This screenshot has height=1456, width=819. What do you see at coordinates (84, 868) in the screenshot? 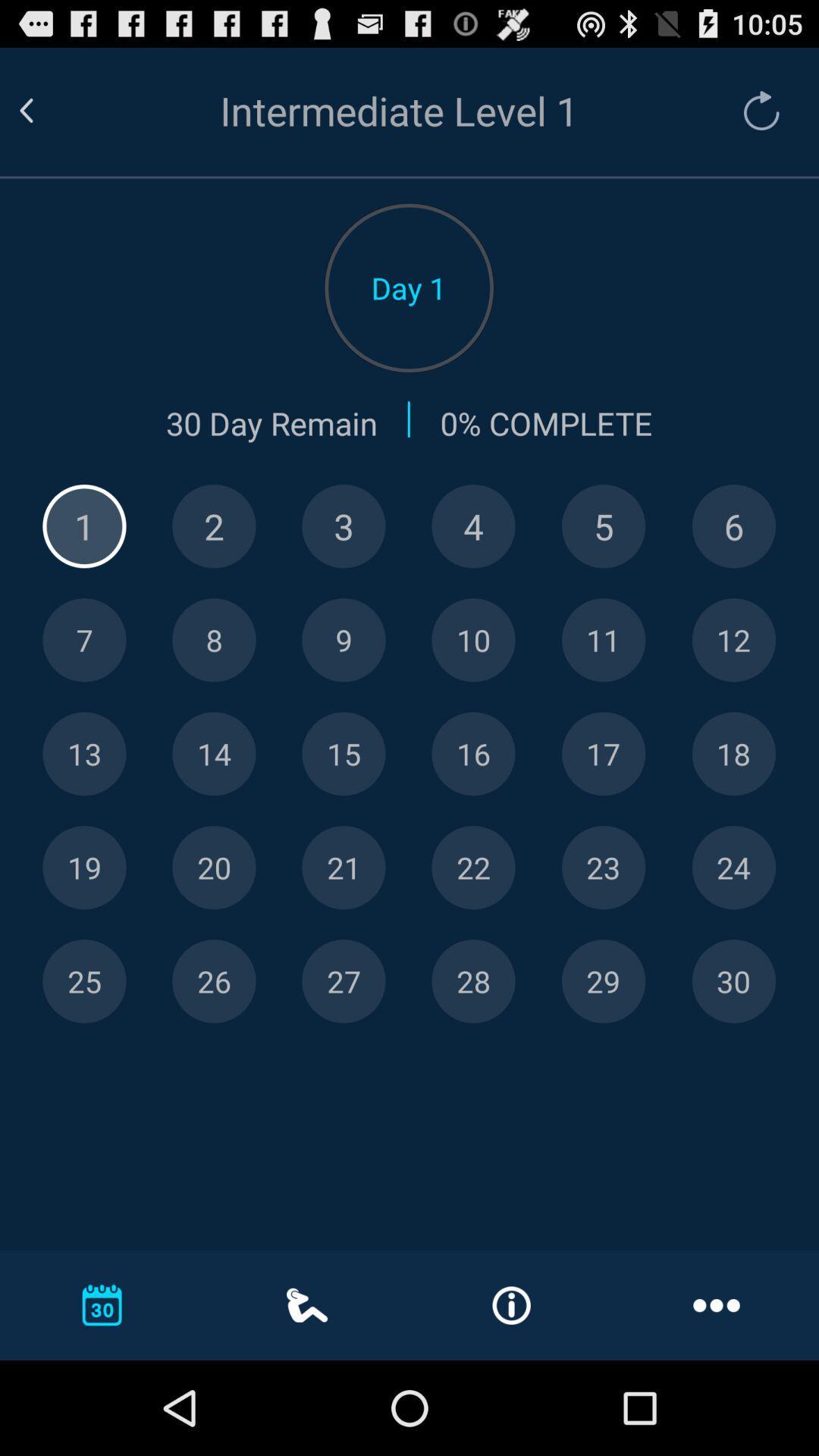
I see `day 19` at bounding box center [84, 868].